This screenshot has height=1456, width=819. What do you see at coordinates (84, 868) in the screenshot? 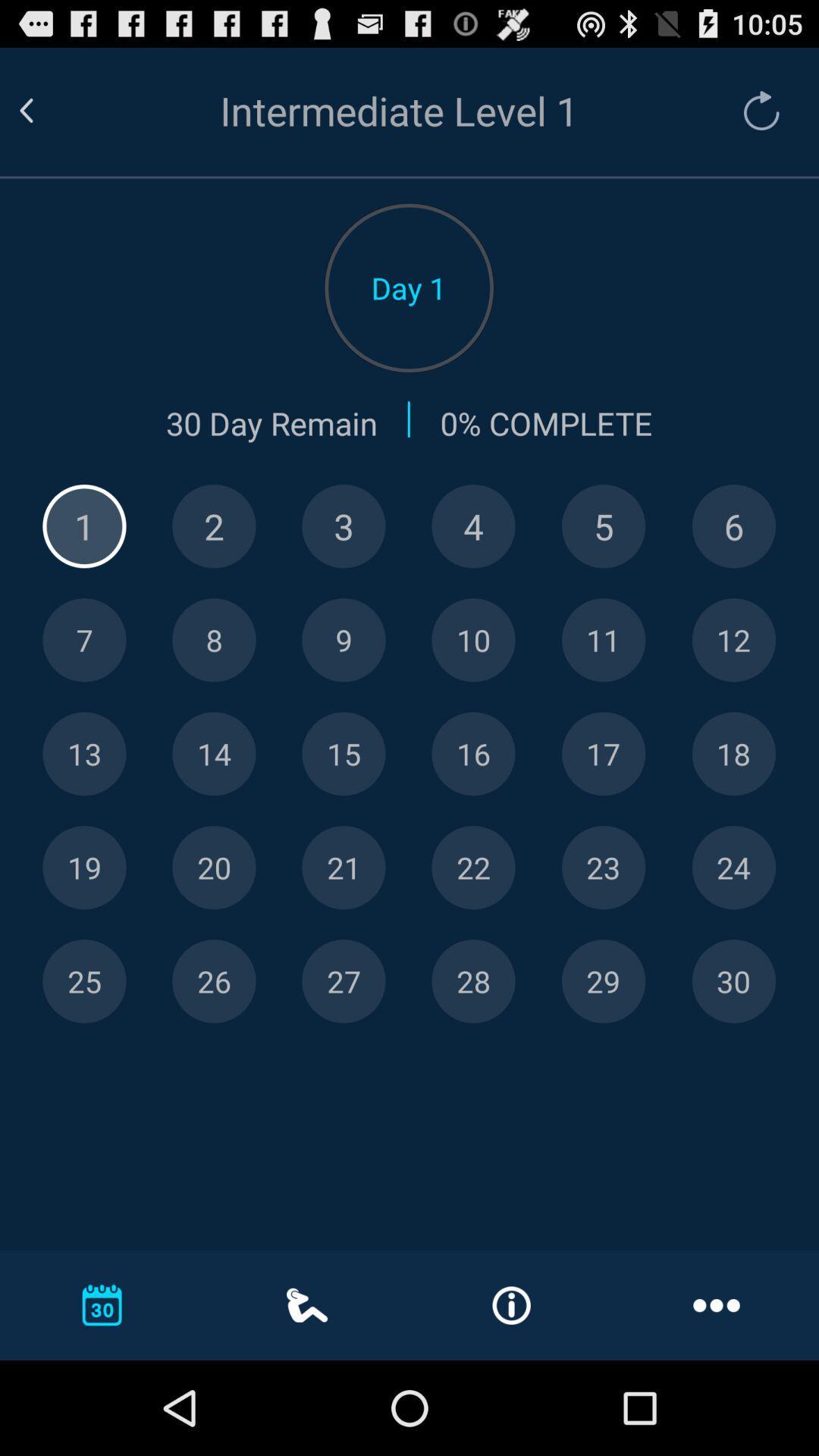
I see `day 19` at bounding box center [84, 868].